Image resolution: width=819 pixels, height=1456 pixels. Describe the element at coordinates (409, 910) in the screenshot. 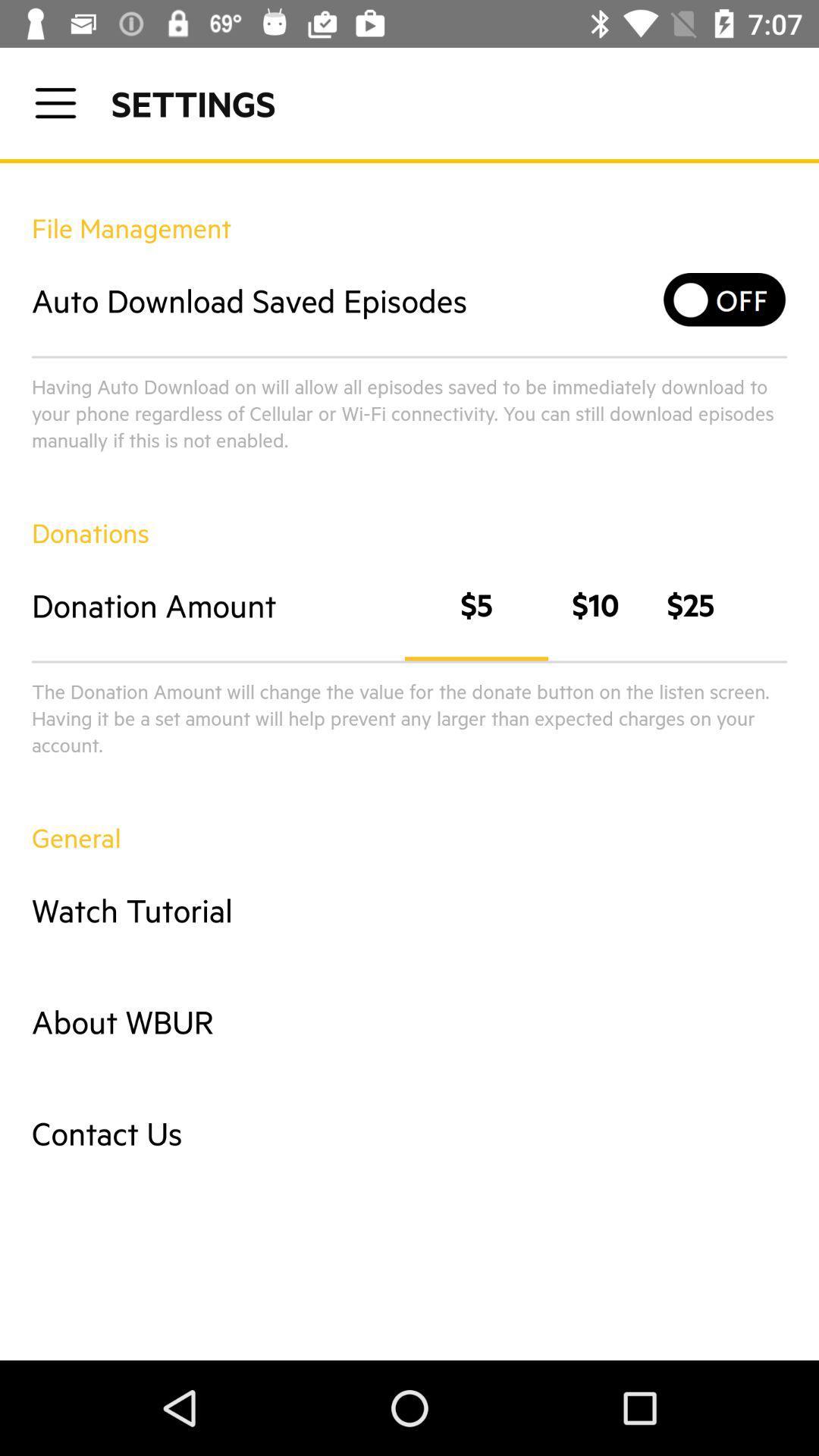

I see `item above the about wbur icon` at that location.